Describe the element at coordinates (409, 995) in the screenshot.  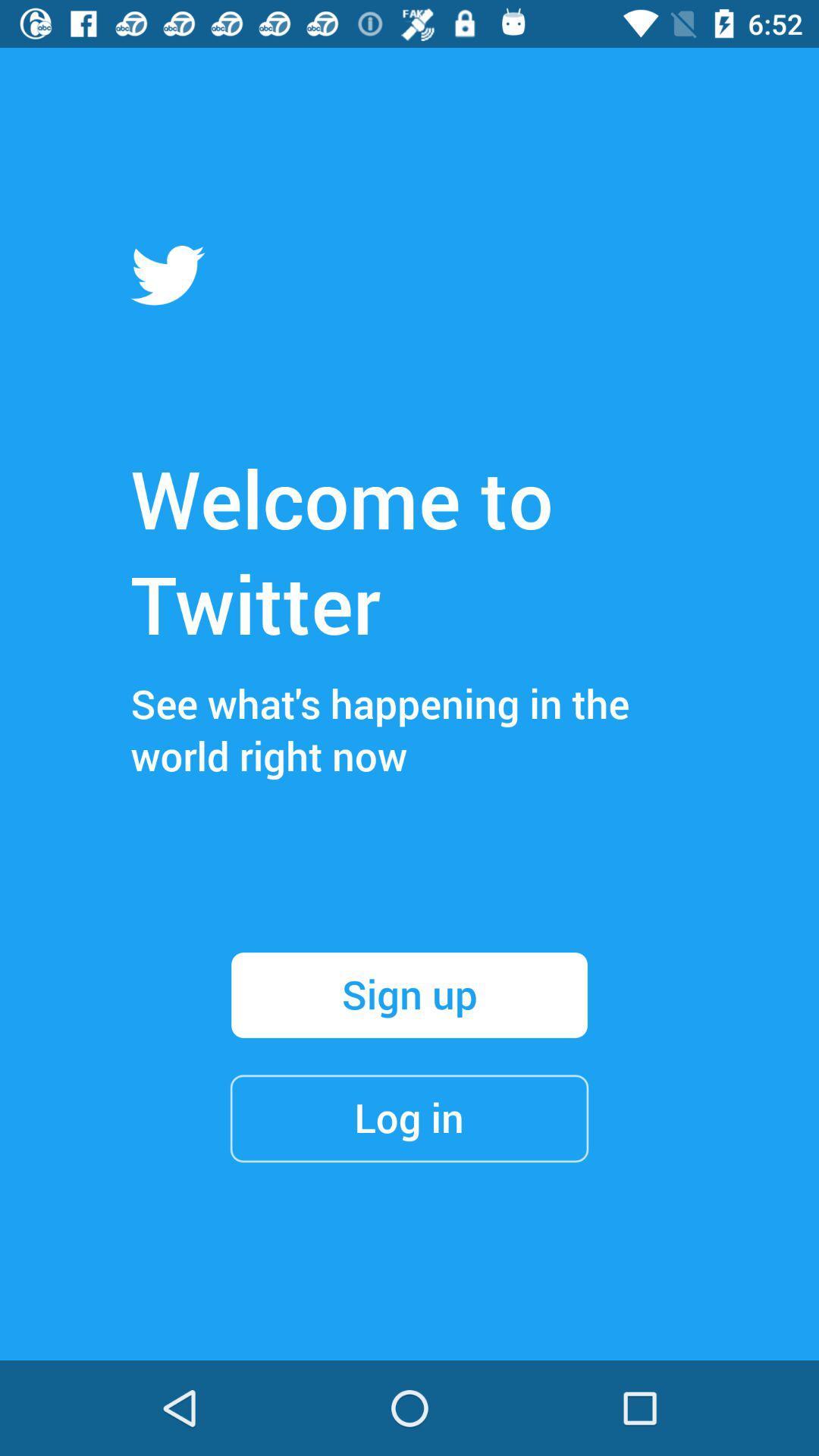
I see `sign up item` at that location.